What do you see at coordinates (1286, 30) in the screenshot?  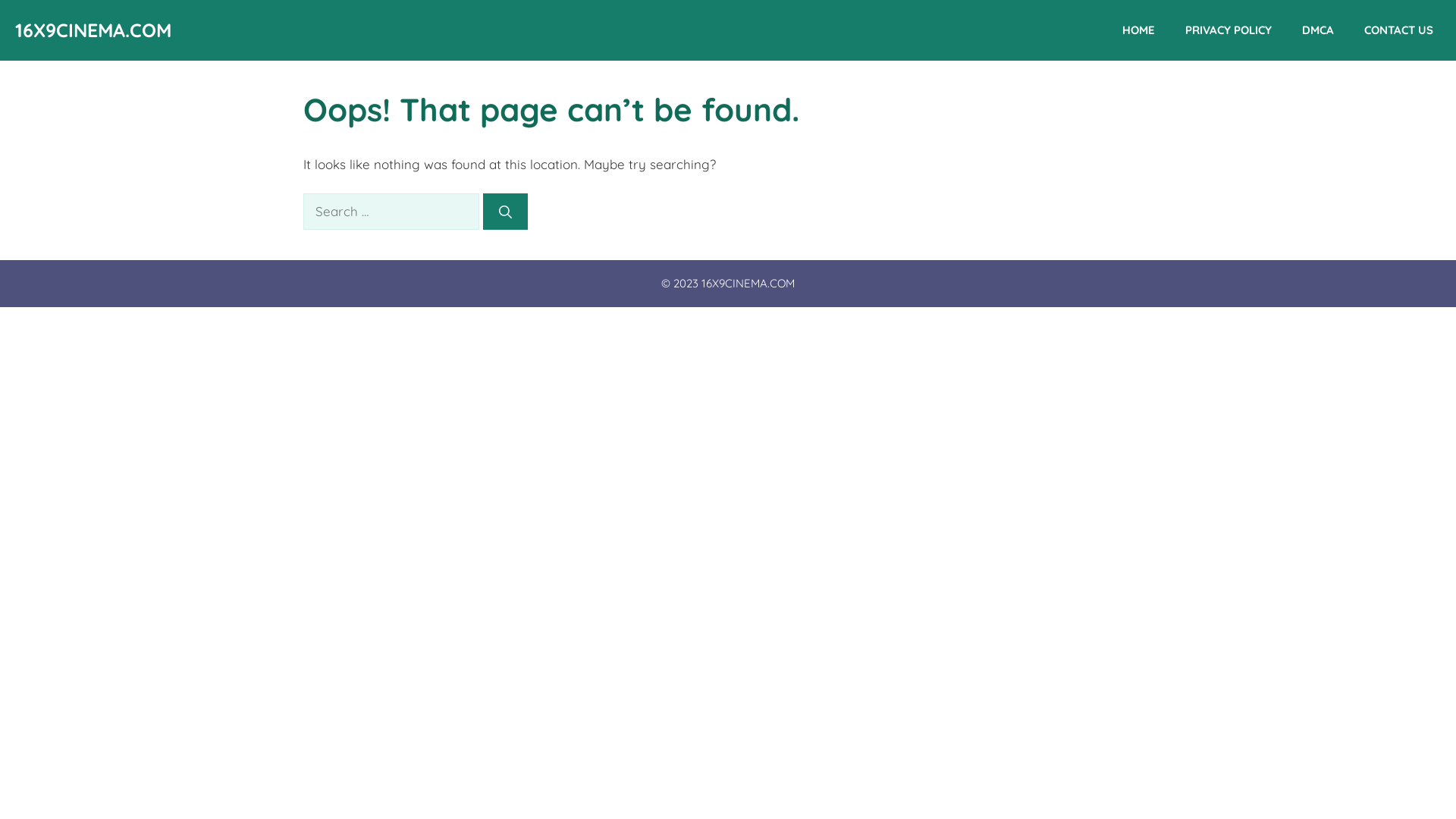 I see `'DMCA'` at bounding box center [1286, 30].